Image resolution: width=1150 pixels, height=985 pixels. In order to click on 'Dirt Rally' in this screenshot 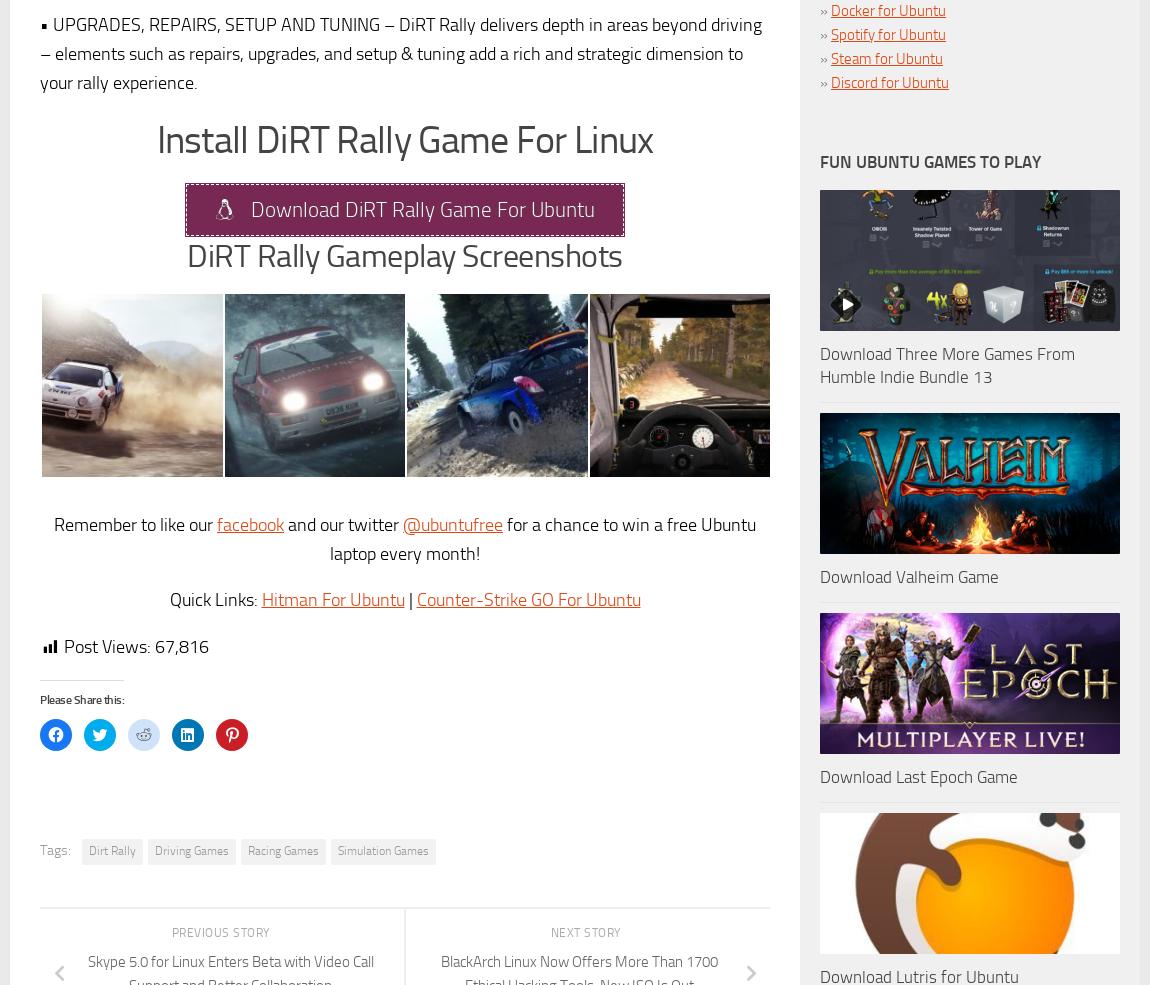, I will do `click(111, 850)`.